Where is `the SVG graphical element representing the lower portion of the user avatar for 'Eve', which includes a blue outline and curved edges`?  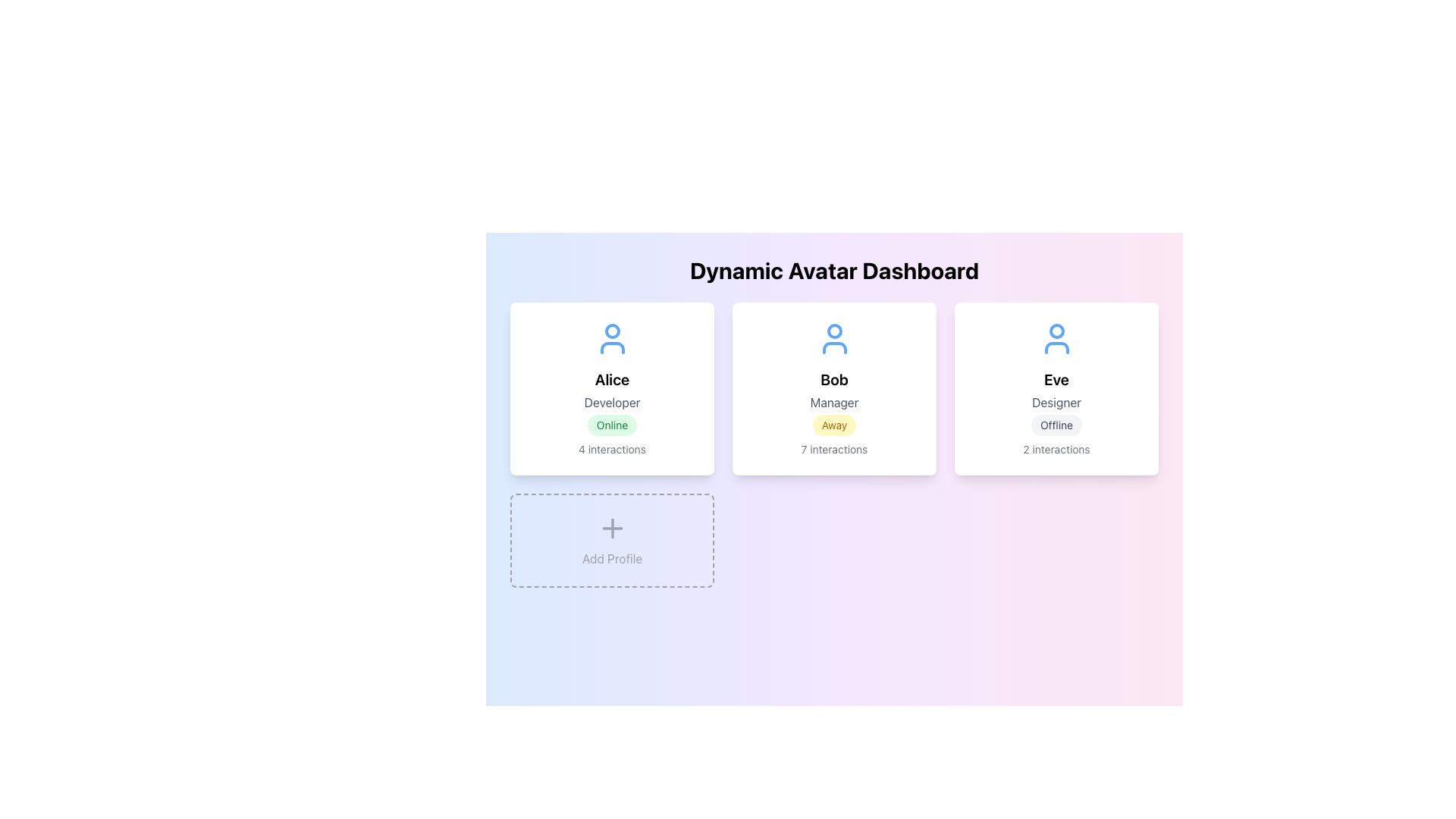 the SVG graphical element representing the lower portion of the user avatar for 'Eve', which includes a blue outline and curved edges is located at coordinates (1056, 348).